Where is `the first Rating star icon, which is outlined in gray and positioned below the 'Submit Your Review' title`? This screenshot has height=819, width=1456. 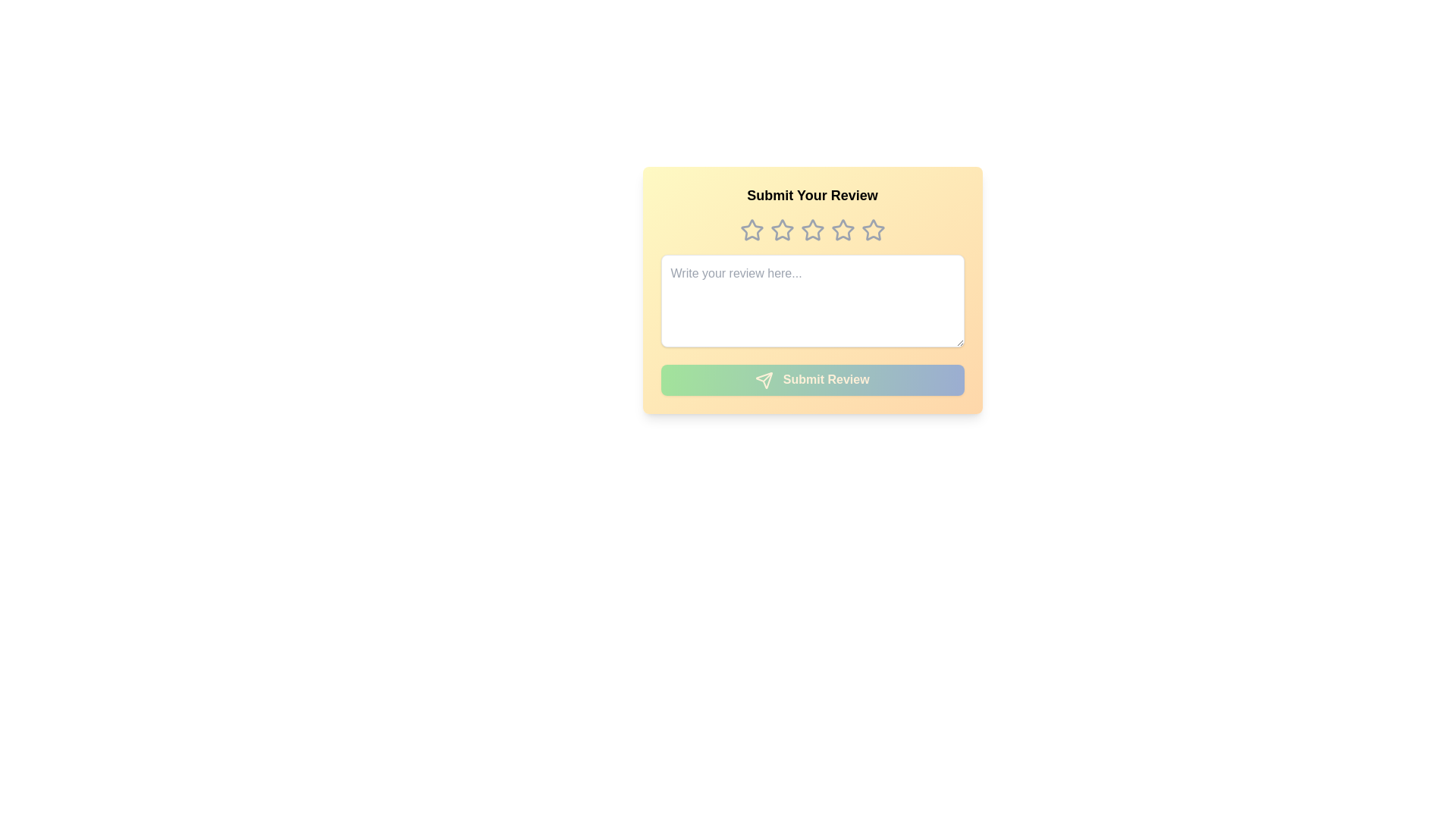 the first Rating star icon, which is outlined in gray and positioned below the 'Submit Your Review' title is located at coordinates (752, 231).